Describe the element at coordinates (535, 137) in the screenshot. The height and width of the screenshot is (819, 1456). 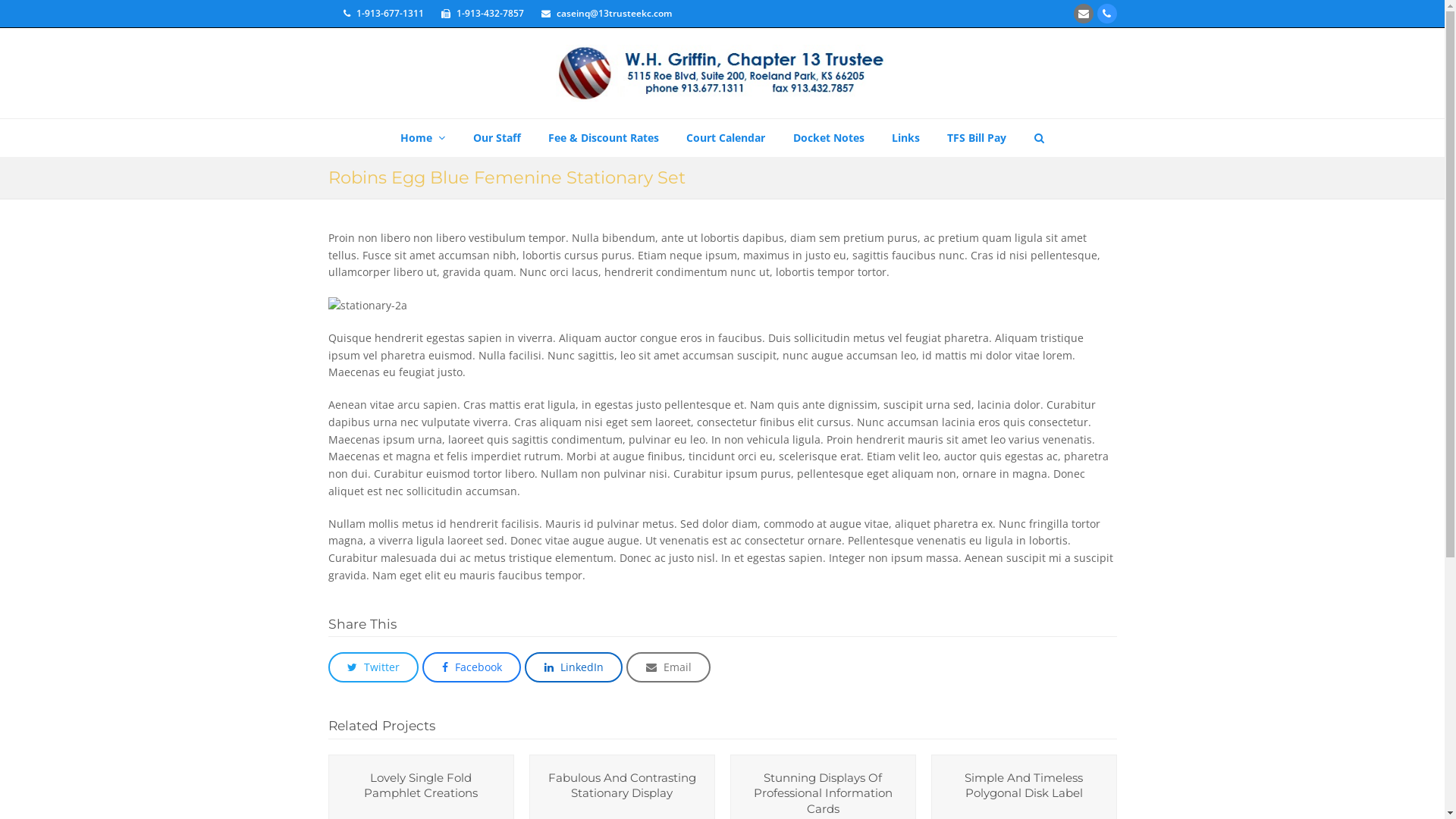
I see `'Fee & Discount Rates'` at that location.